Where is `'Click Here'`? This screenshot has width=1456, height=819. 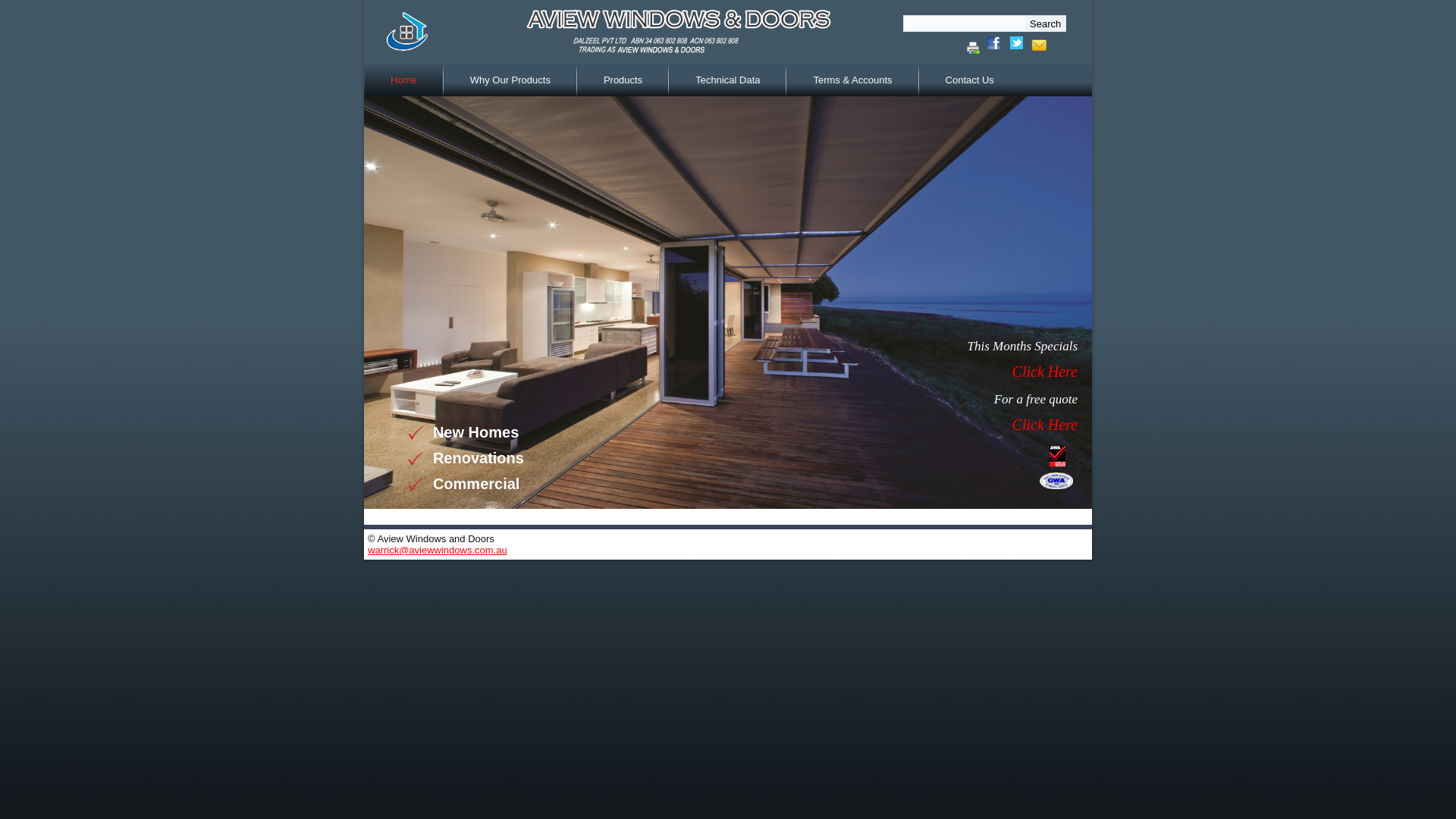 'Click Here' is located at coordinates (1043, 424).